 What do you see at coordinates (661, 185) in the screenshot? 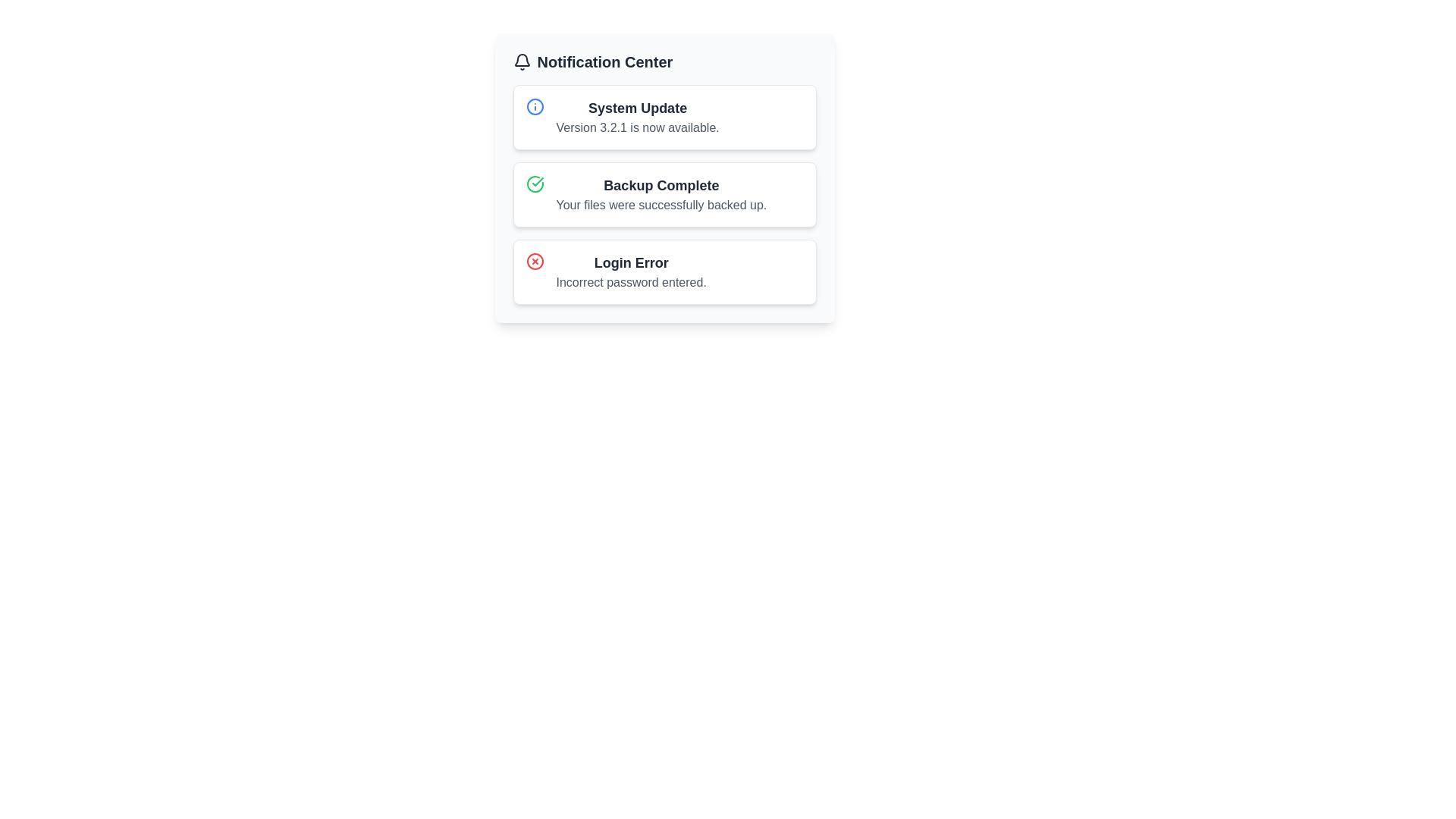
I see `the Text Label that indicates the successful completion of a backup in the second notification card of the Notification Center` at bounding box center [661, 185].